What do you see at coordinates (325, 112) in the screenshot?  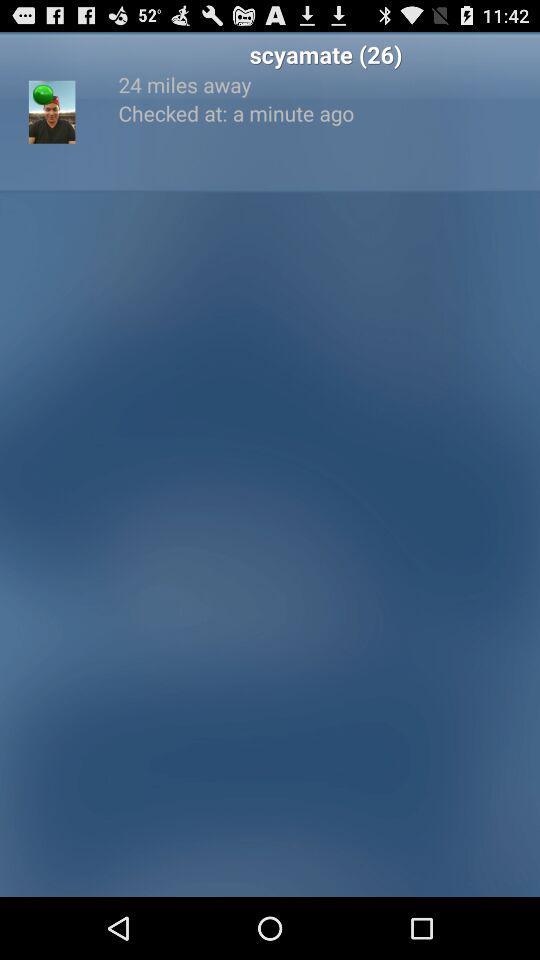 I see `checked at a app` at bounding box center [325, 112].